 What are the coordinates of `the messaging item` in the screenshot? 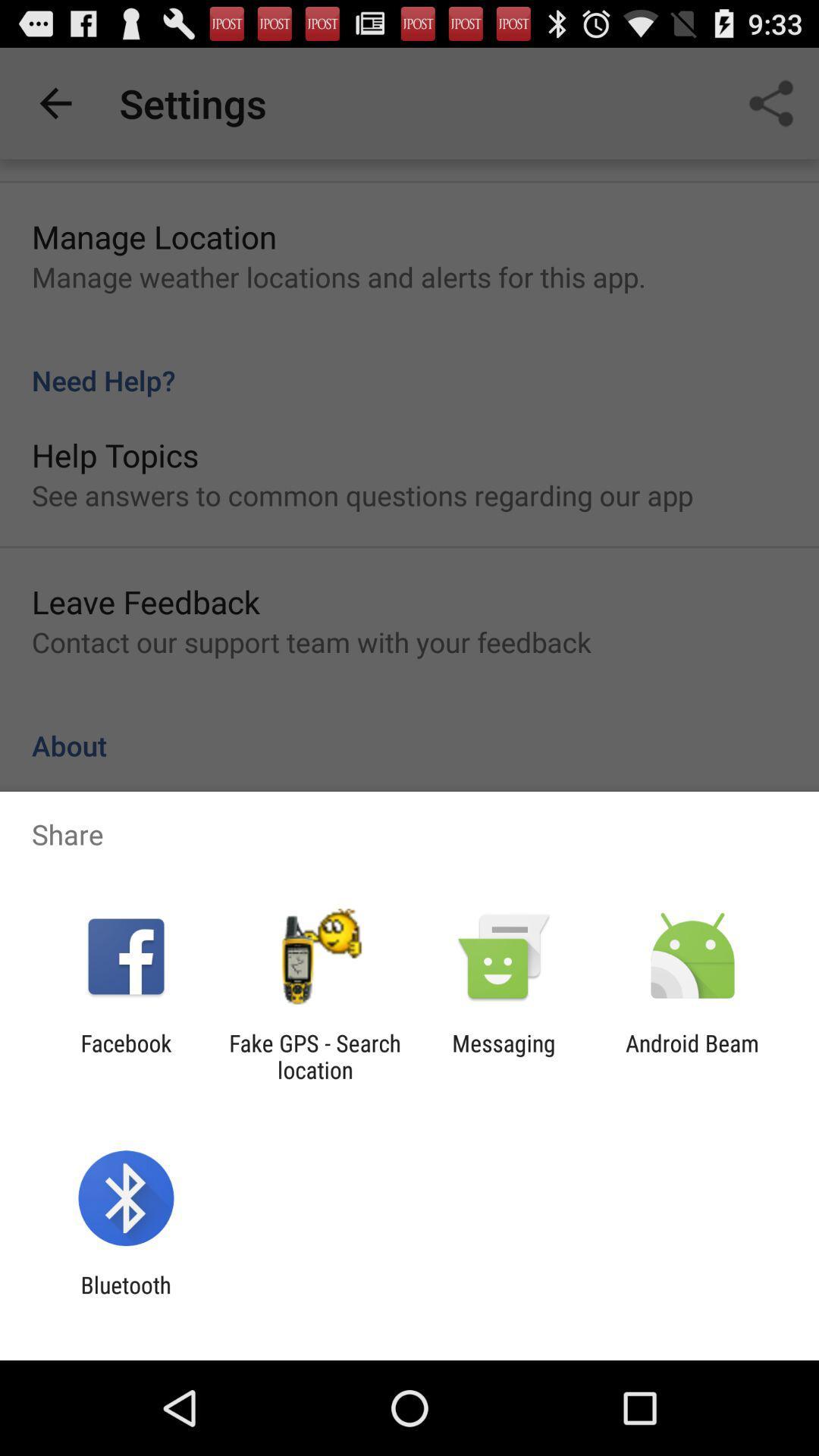 It's located at (504, 1056).